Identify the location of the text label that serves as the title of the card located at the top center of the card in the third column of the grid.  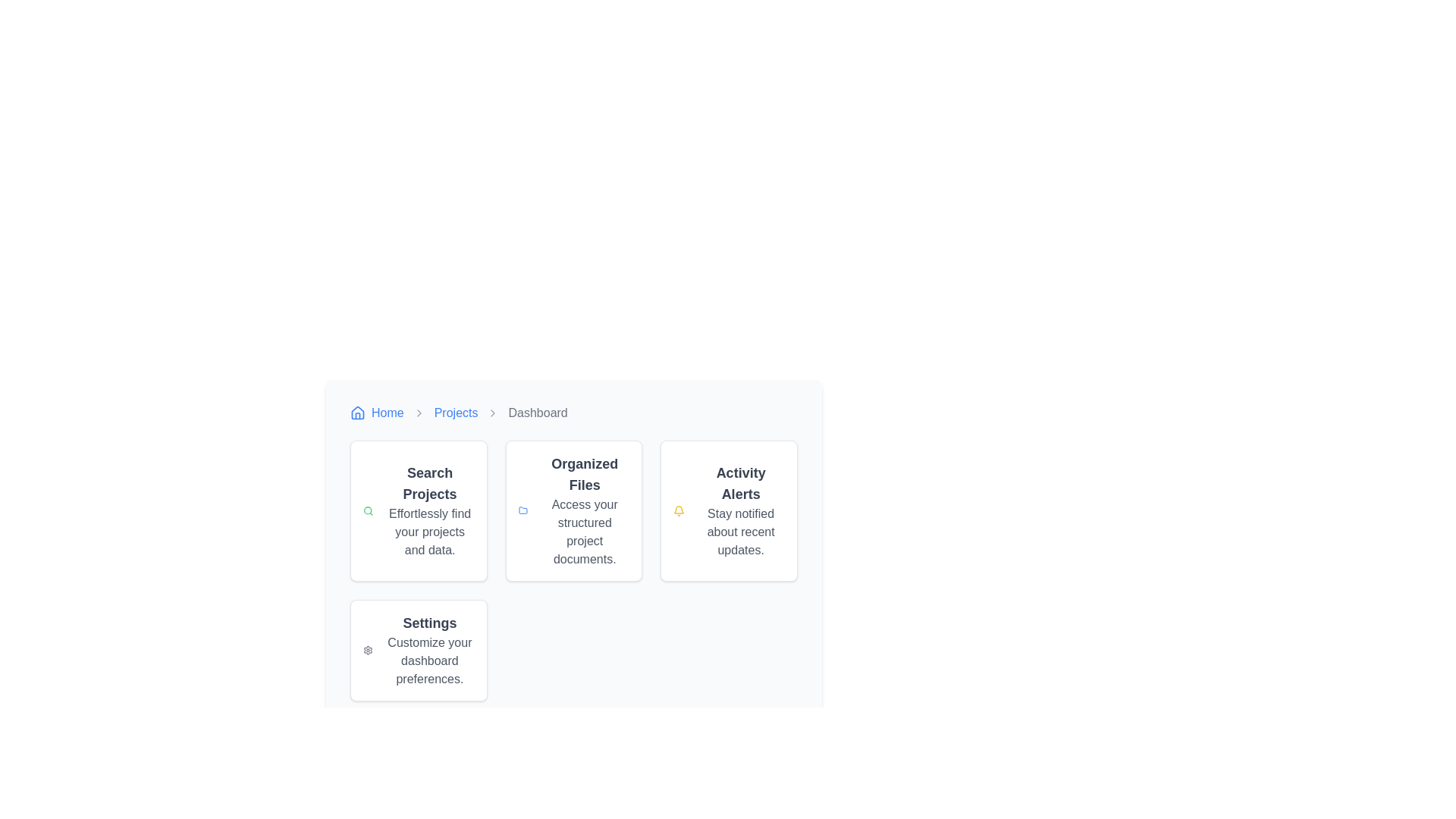
(741, 483).